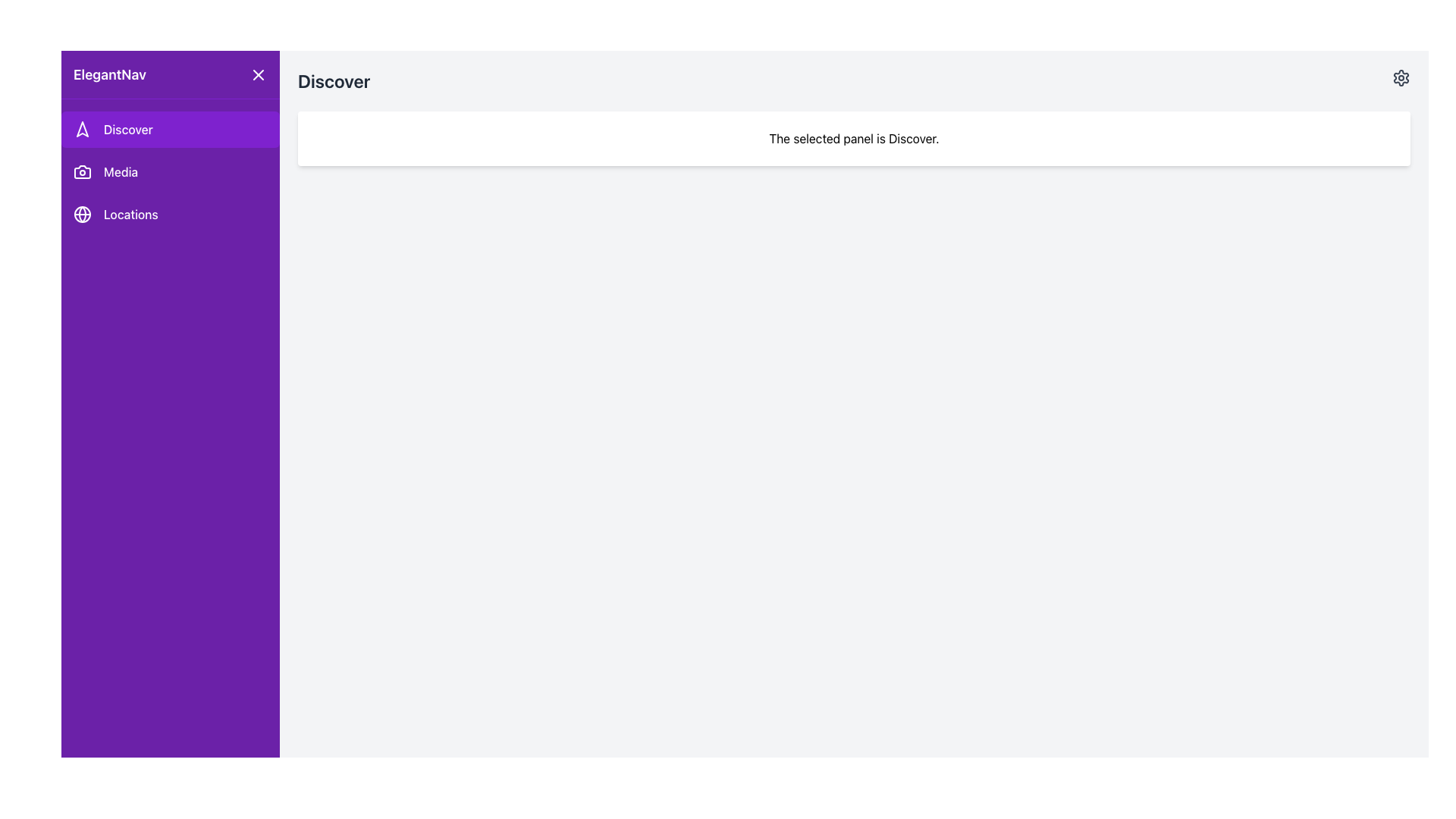  What do you see at coordinates (258, 74) in the screenshot?
I see `the close icon in the navigation bar` at bounding box center [258, 74].